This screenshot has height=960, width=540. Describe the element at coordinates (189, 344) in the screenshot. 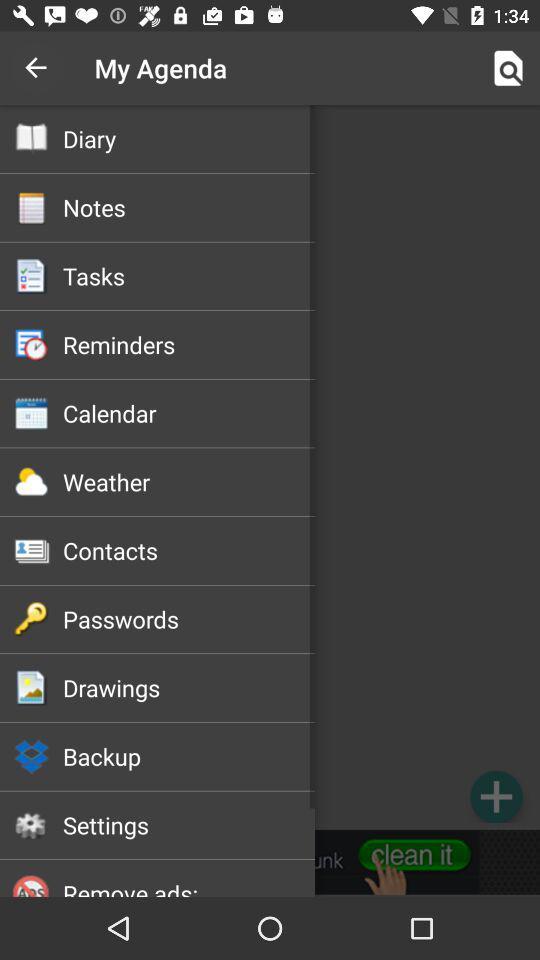

I see `the item above the calendar item` at that location.